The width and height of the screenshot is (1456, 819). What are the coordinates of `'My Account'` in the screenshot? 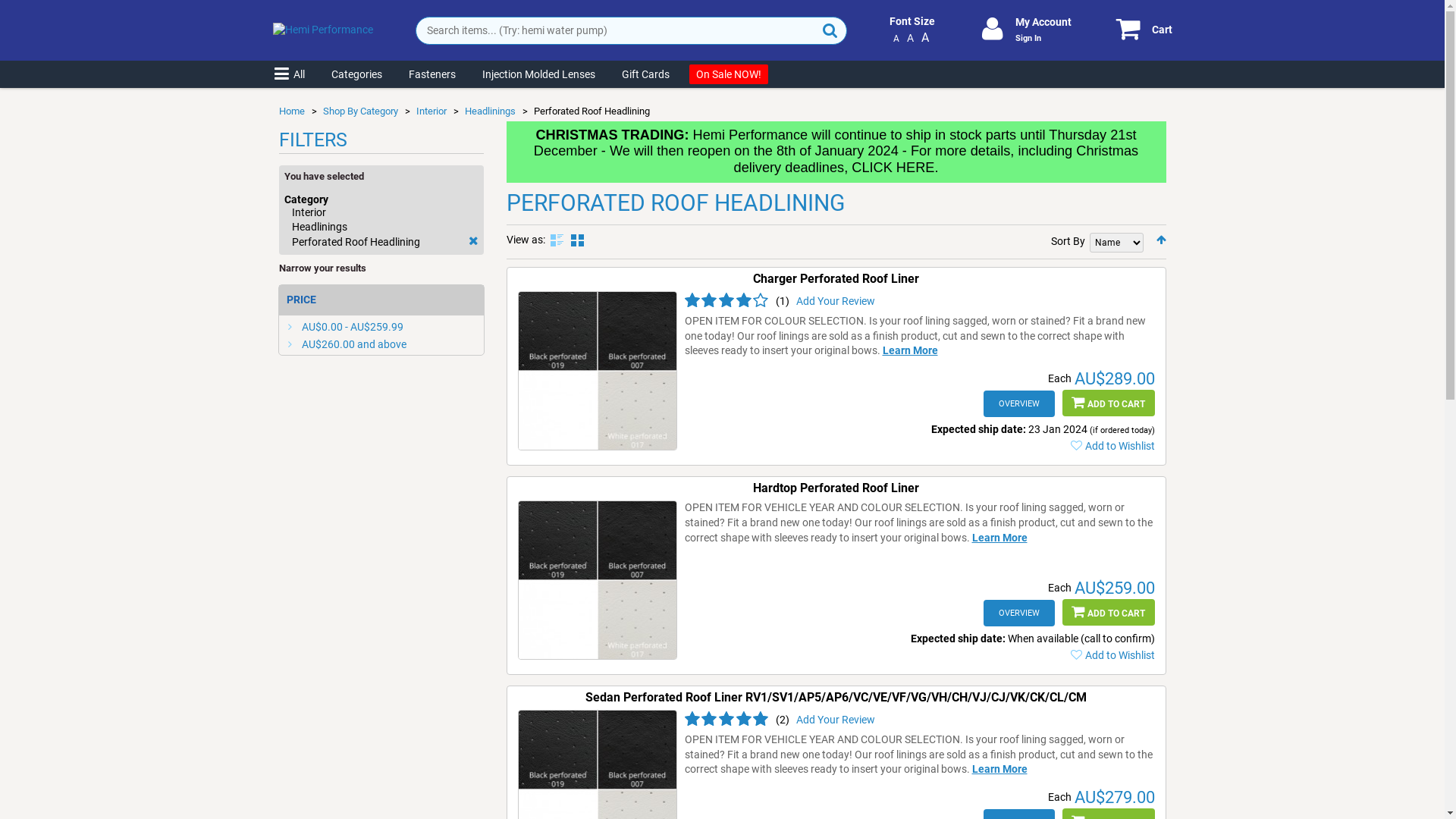 It's located at (1041, 22).